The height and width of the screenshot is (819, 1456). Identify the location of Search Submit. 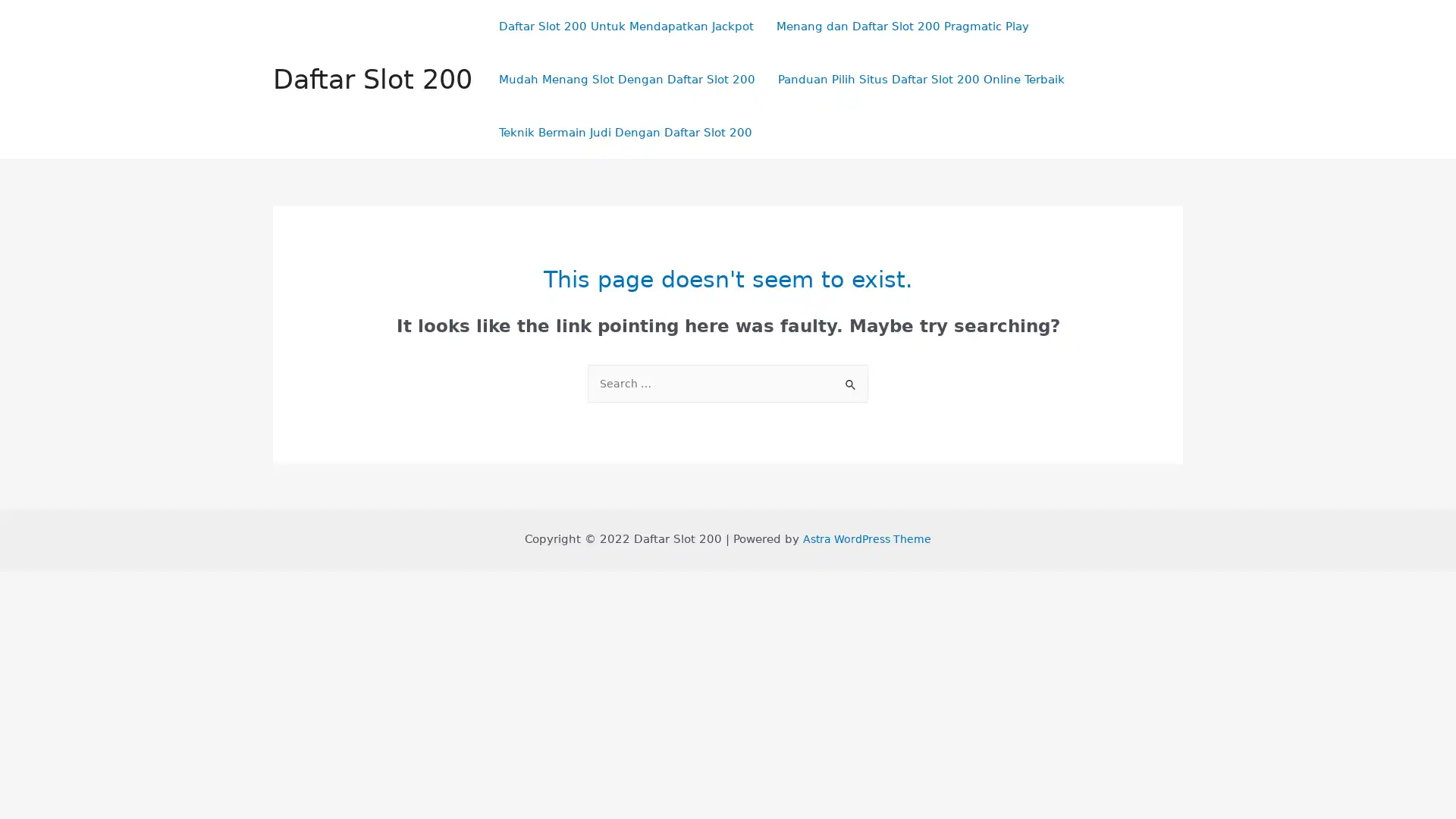
(851, 384).